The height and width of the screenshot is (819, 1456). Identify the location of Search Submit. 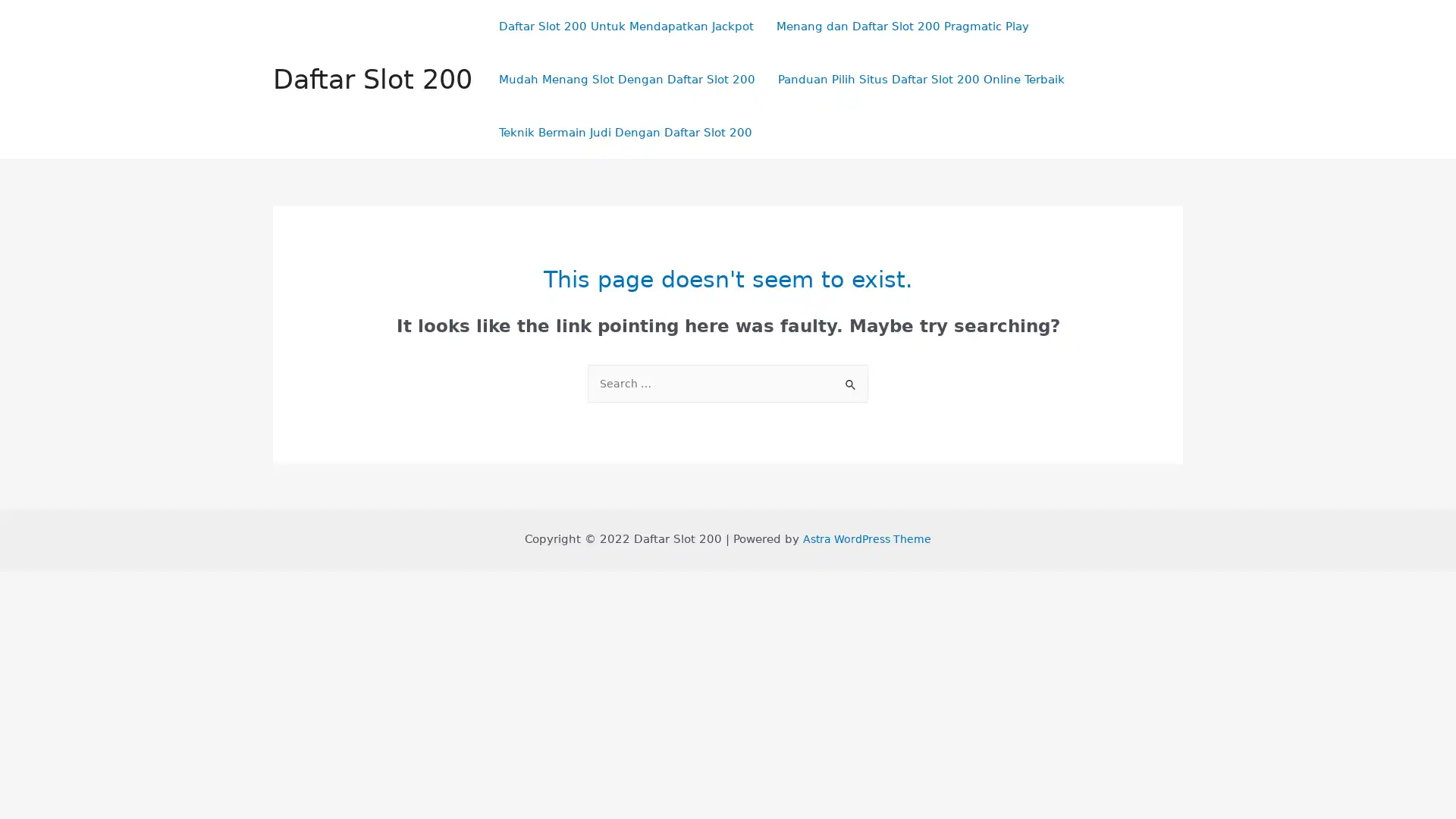
(851, 384).